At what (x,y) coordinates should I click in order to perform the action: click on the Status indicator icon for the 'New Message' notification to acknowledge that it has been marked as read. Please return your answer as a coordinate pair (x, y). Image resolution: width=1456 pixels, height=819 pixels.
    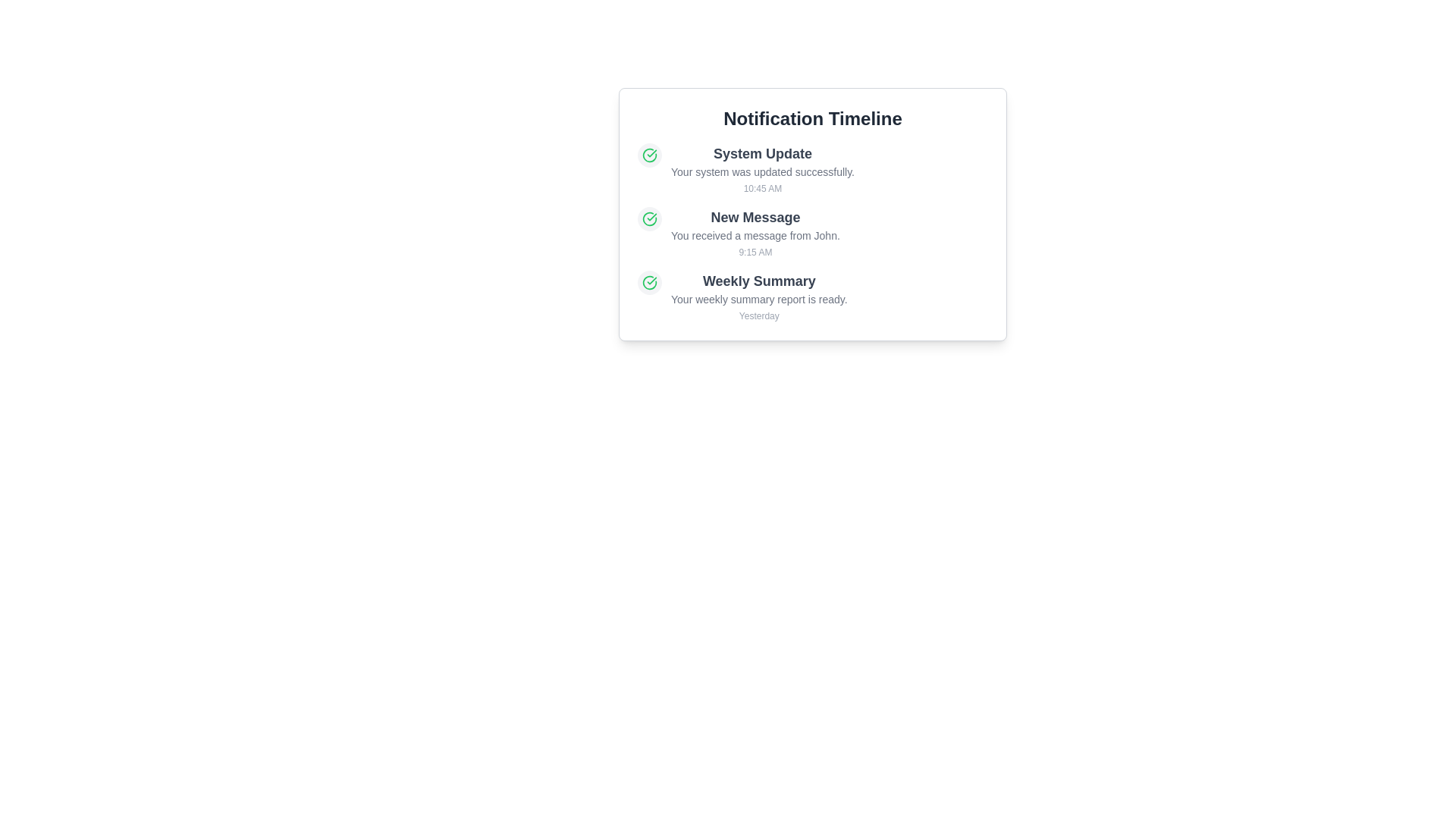
    Looking at the image, I should click on (650, 219).